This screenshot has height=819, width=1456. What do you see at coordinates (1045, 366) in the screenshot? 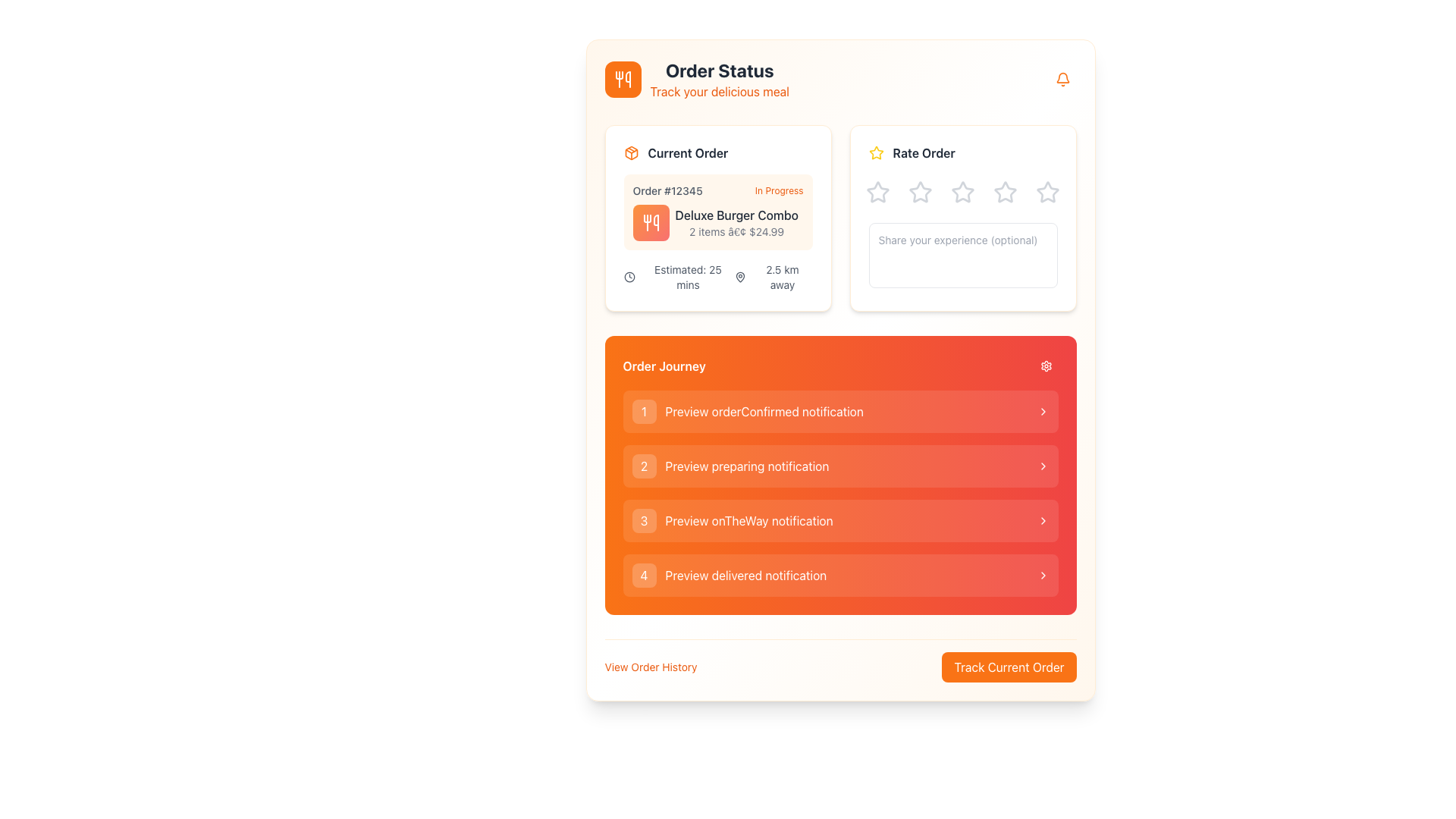
I see `the settings button located in the header labeled 'Order Journey' at the top edge of the orange-colored panel, aligned to the far right` at bounding box center [1045, 366].